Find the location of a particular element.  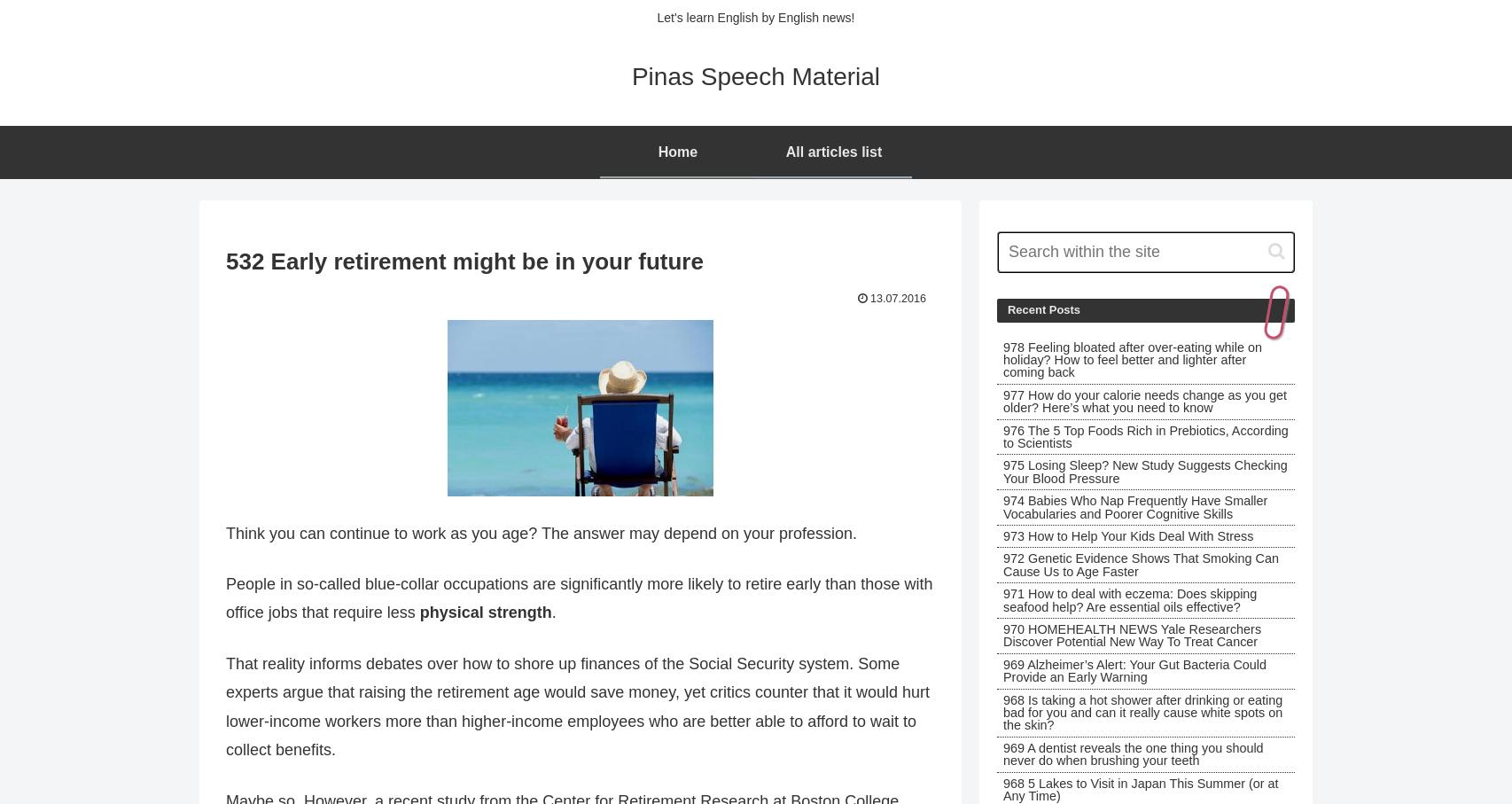

'That reality informs debates over how to shore up finances of the Social Security system. Some experts argue that raising the retirement age would save money, yet critics counter that it would hurt lower-income workers more than higher-income employees who are better able to afford to wait to collect benefits.' is located at coordinates (577, 706).